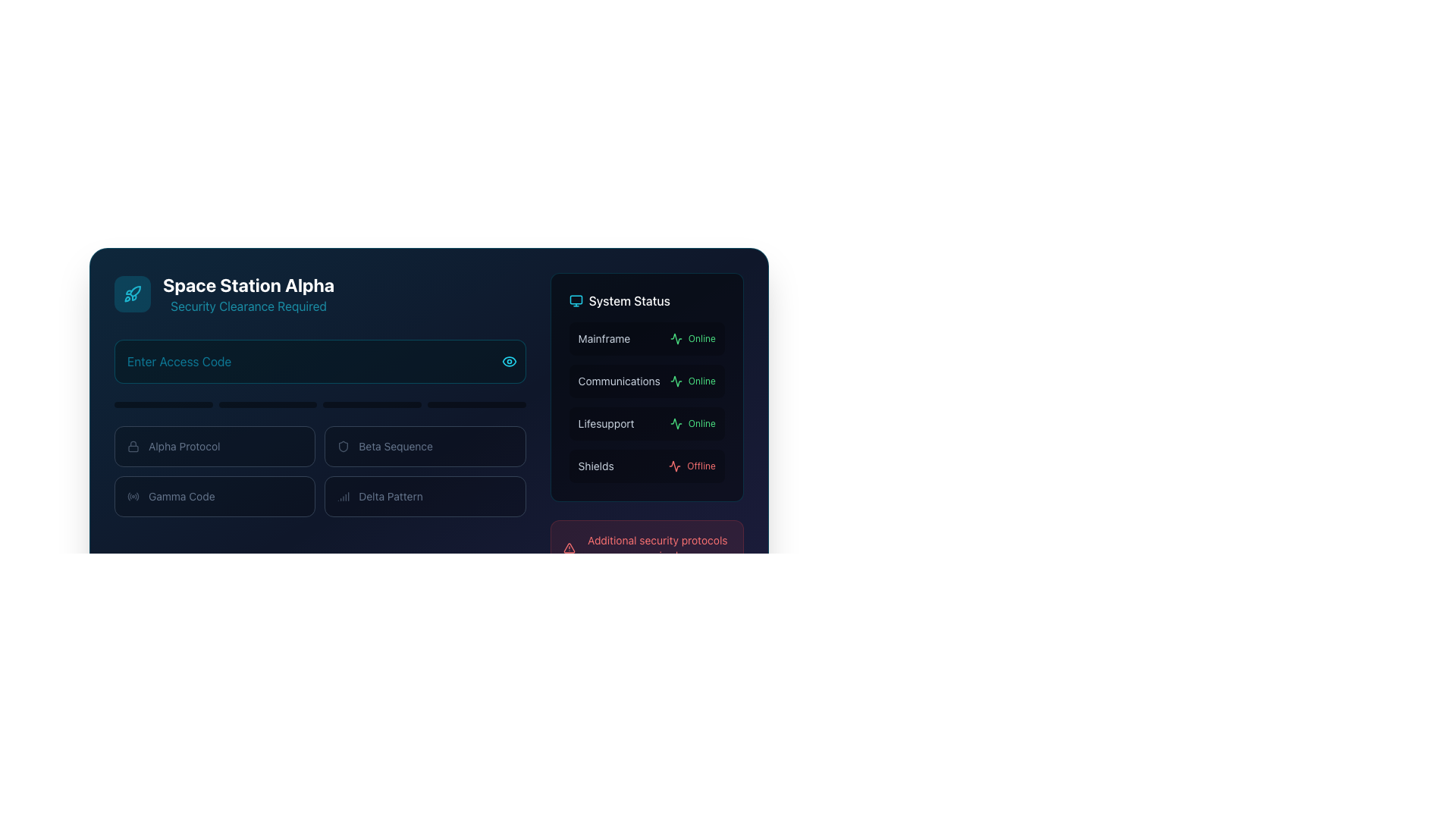 This screenshot has width=1456, height=819. I want to click on the 'System Status' icon located at the top left corner of the 'System Status' section, adjacent to the label 'System Status', so click(575, 301).